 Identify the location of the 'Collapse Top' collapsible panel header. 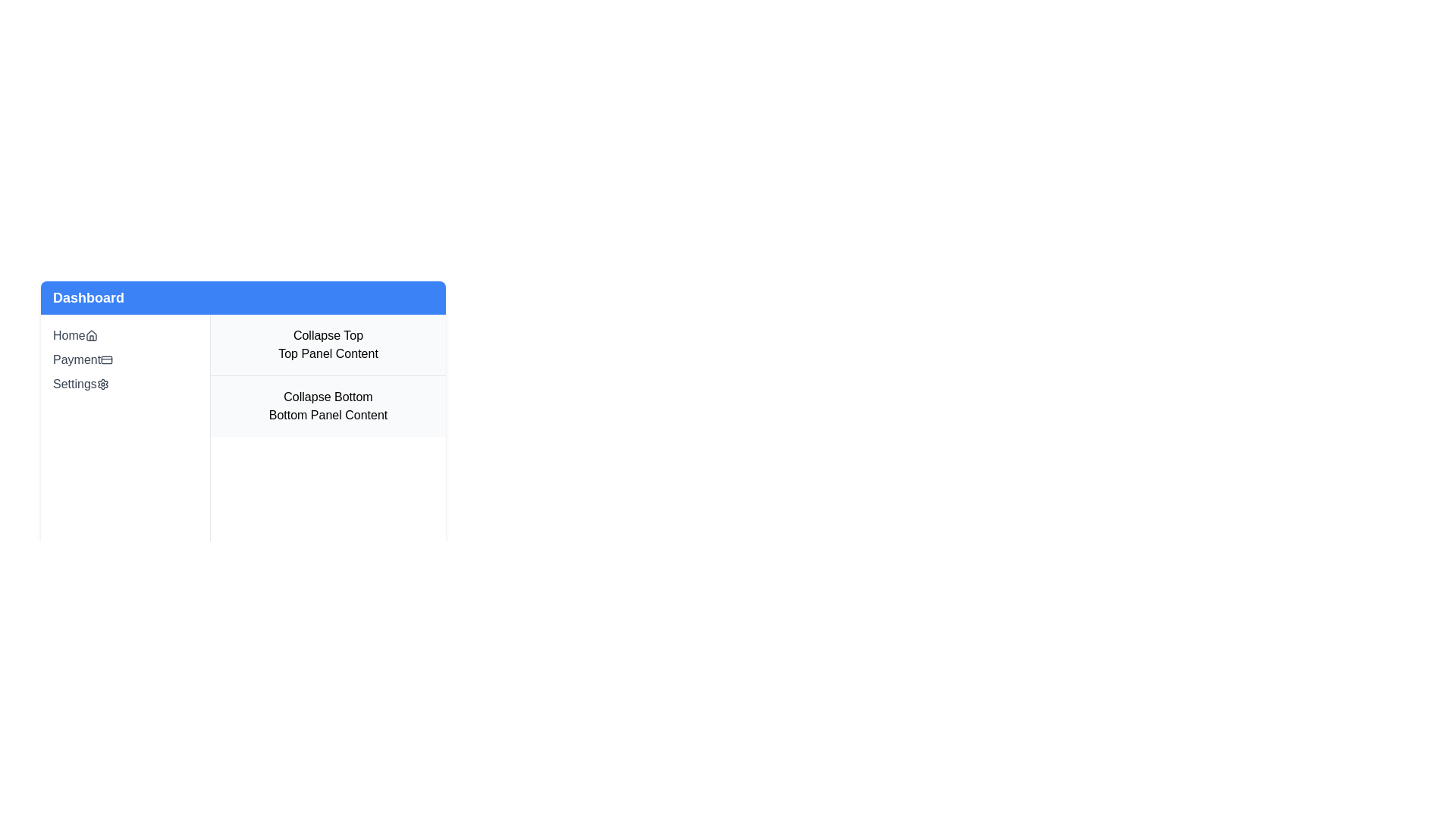
(327, 345).